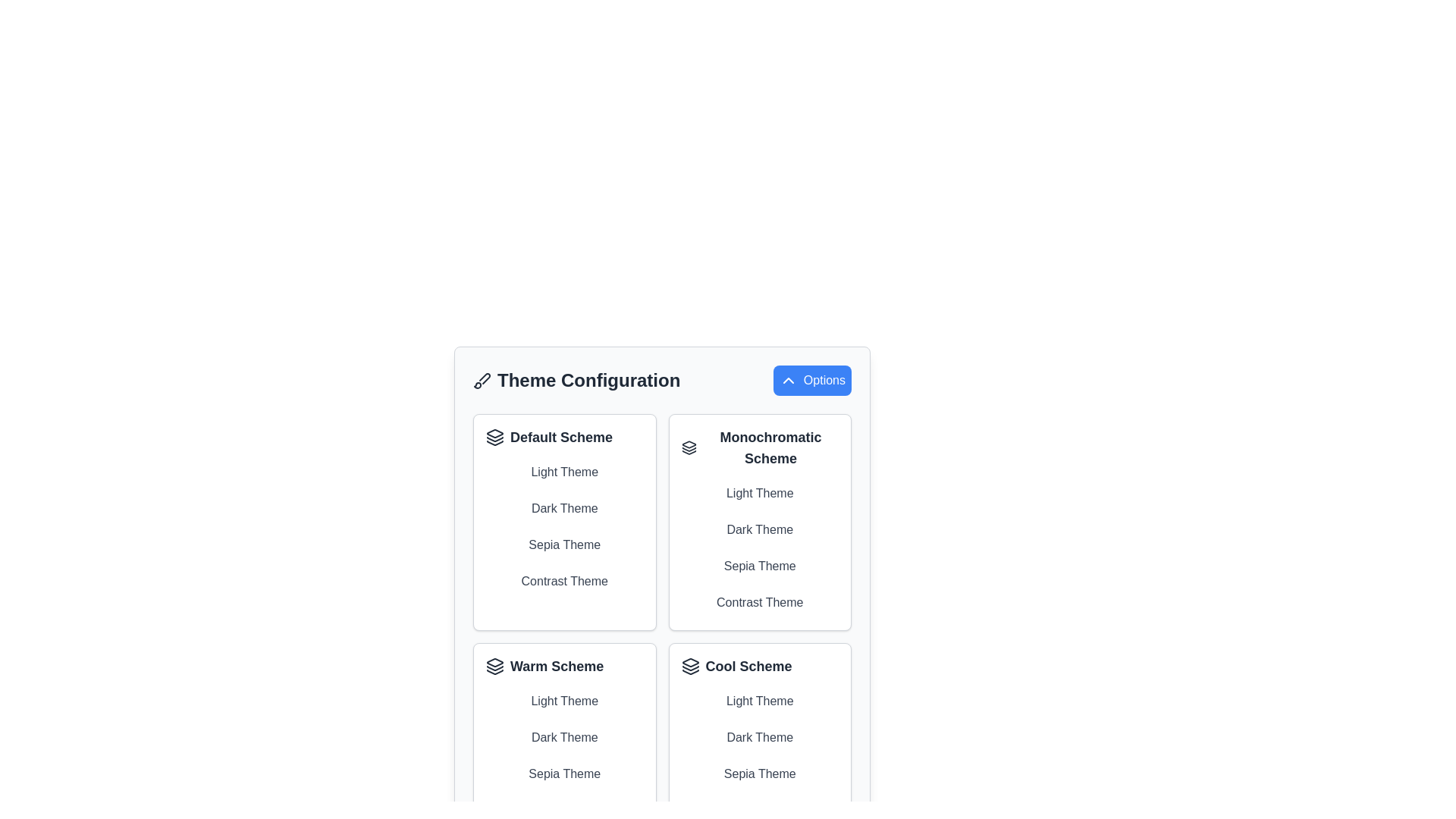  Describe the element at coordinates (788, 379) in the screenshot. I see `the upward-pointing chevron icon with a blue background located inside the 'Options' button` at that location.